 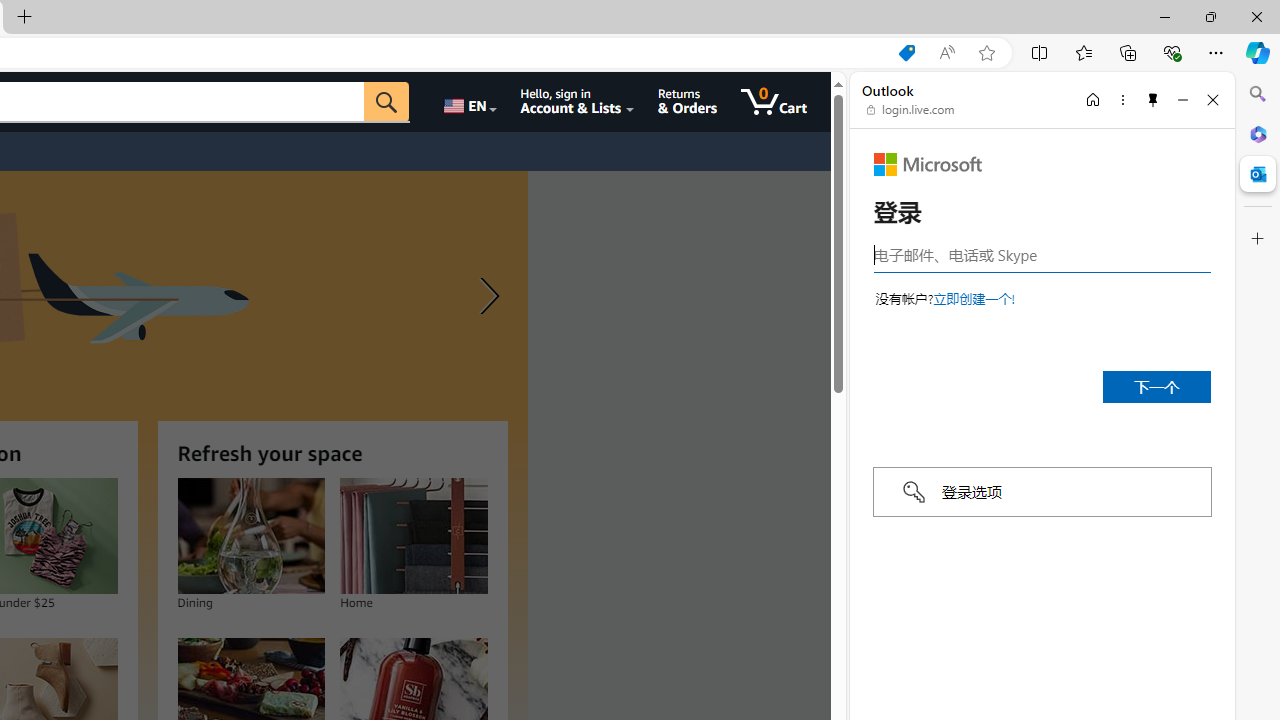 What do you see at coordinates (927, 163) in the screenshot?
I see `'Microsoft'` at bounding box center [927, 163].